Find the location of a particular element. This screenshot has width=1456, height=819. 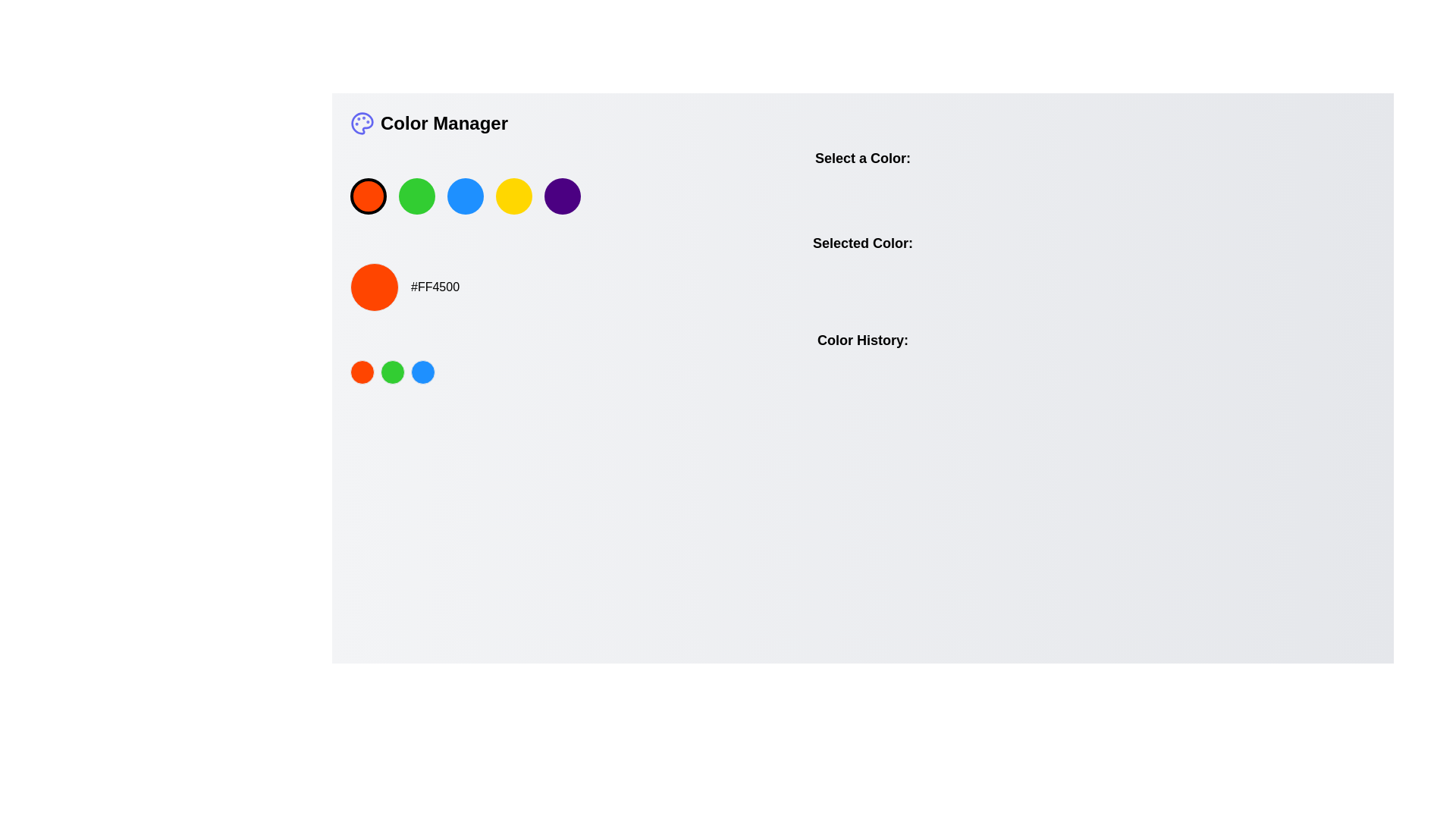

the Static Text Label that introduces the purpose of the section, prompting users to choose one of the displayed color options, positioned at the top center above the circular color swatches is located at coordinates (862, 158).